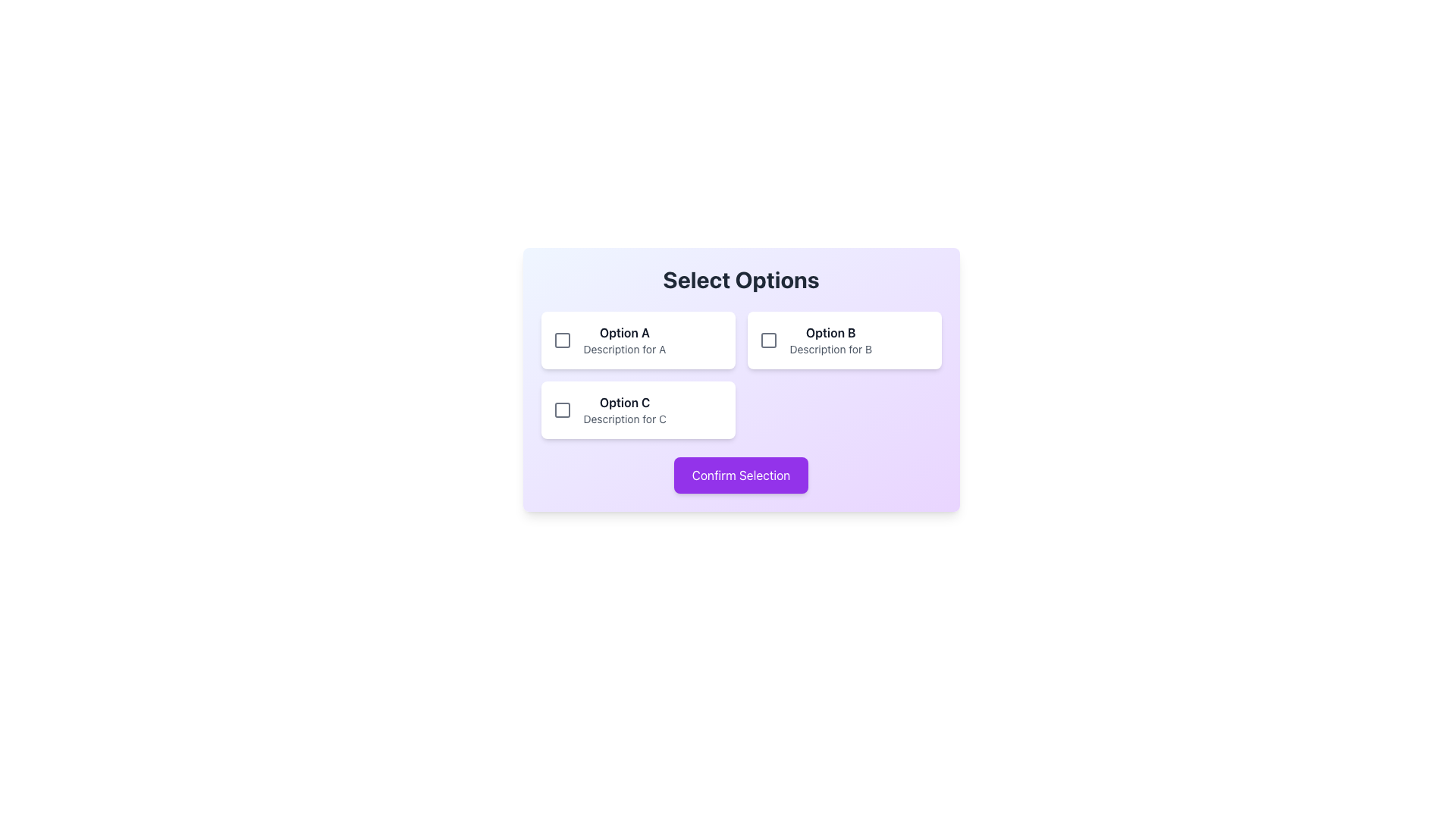  I want to click on the confirmation button located at the bottom of the 'Select Options' section to confirm the selections made from 'Option A', 'Option B', and 'Option C', so click(741, 475).